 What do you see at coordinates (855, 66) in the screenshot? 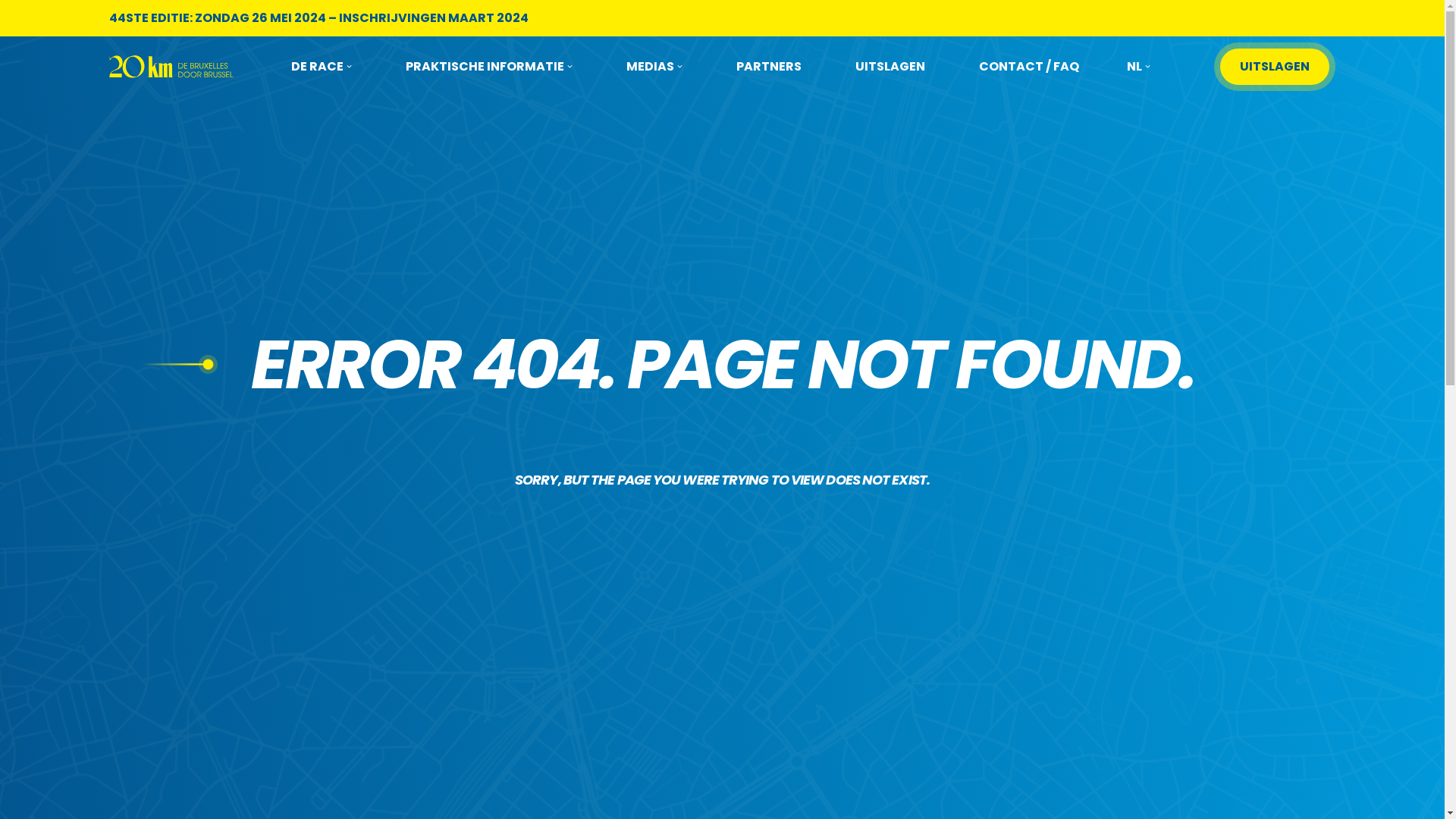
I see `'UITSLAGEN'` at bounding box center [855, 66].